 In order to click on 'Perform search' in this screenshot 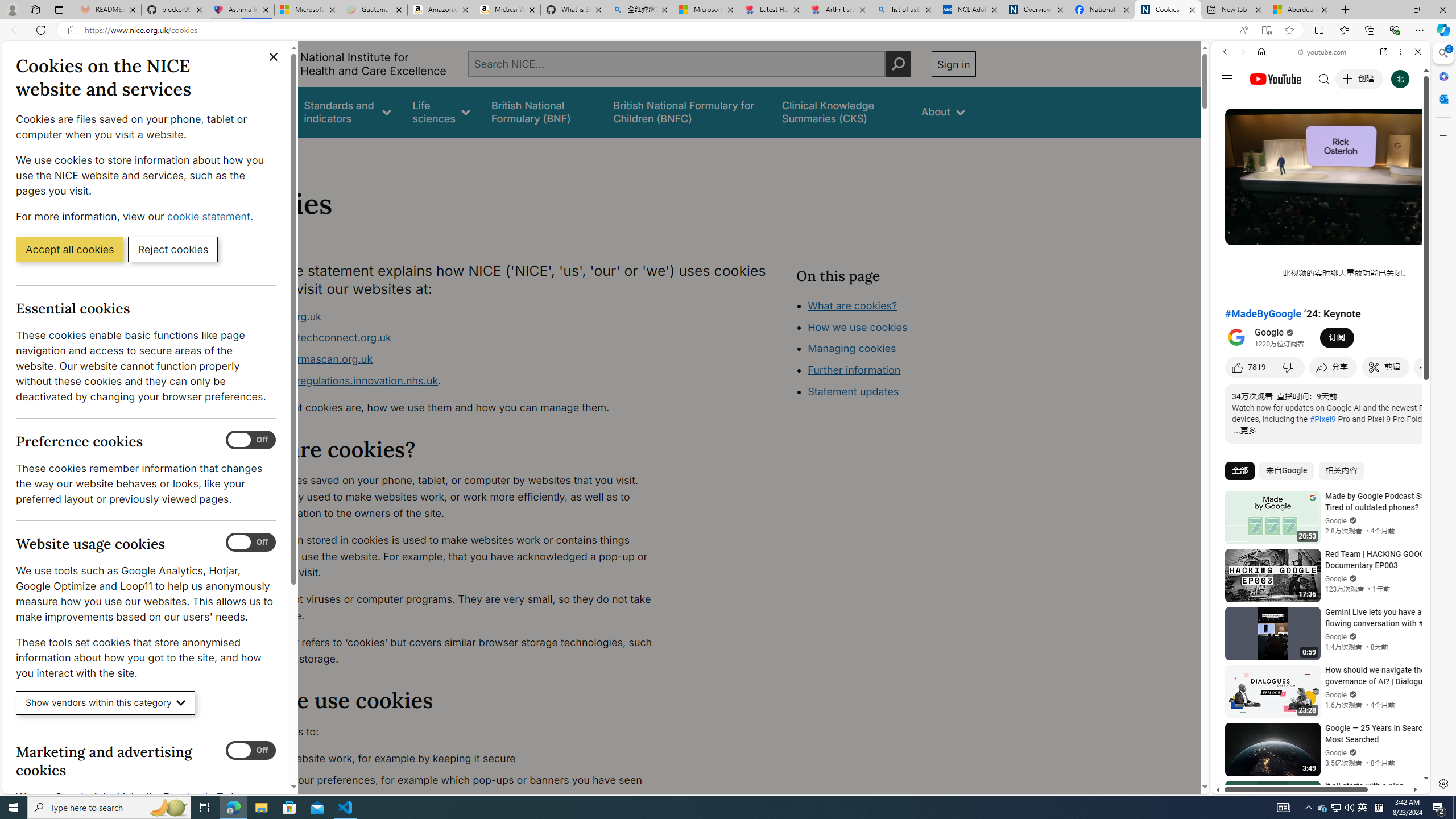, I will do `click(897, 63)`.